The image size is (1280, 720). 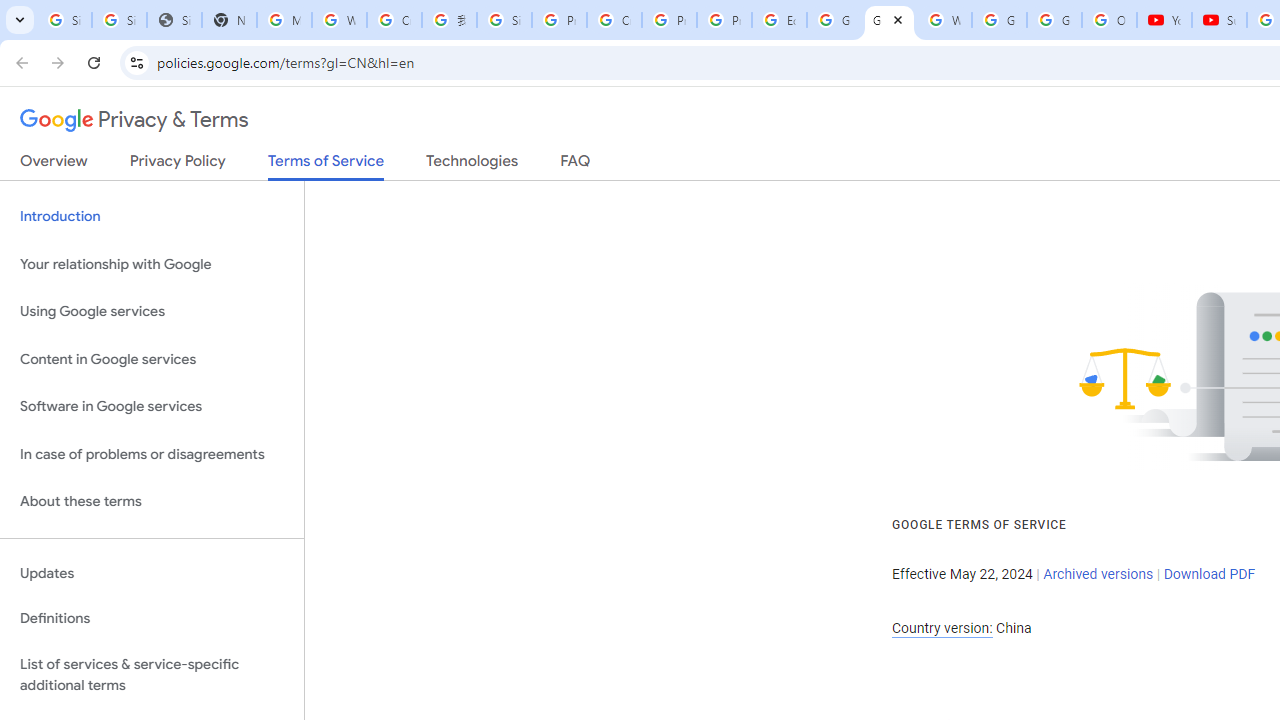 I want to click on 'In case of problems or disagreements', so click(x=151, y=454).